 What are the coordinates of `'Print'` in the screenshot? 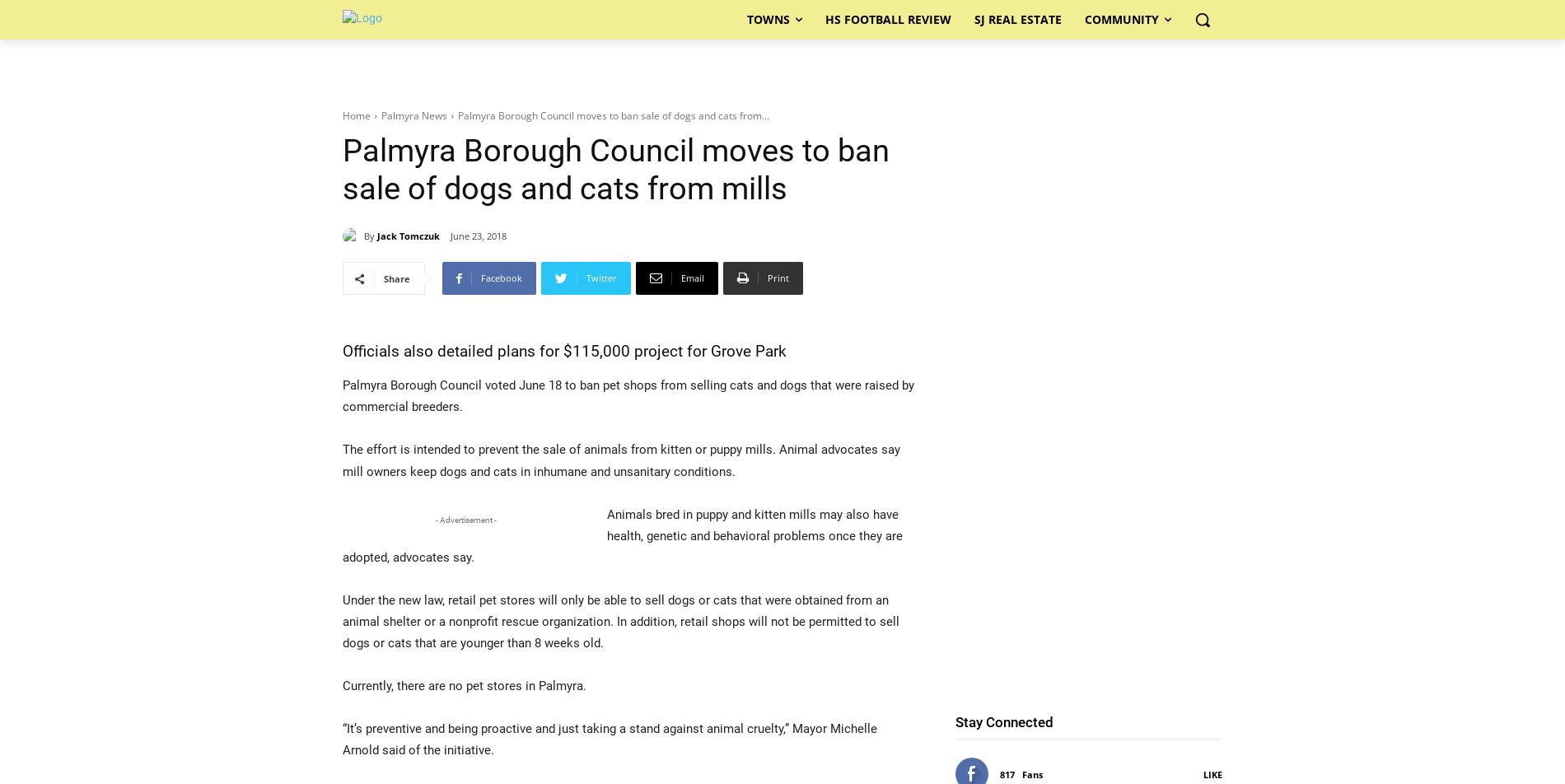 It's located at (778, 278).